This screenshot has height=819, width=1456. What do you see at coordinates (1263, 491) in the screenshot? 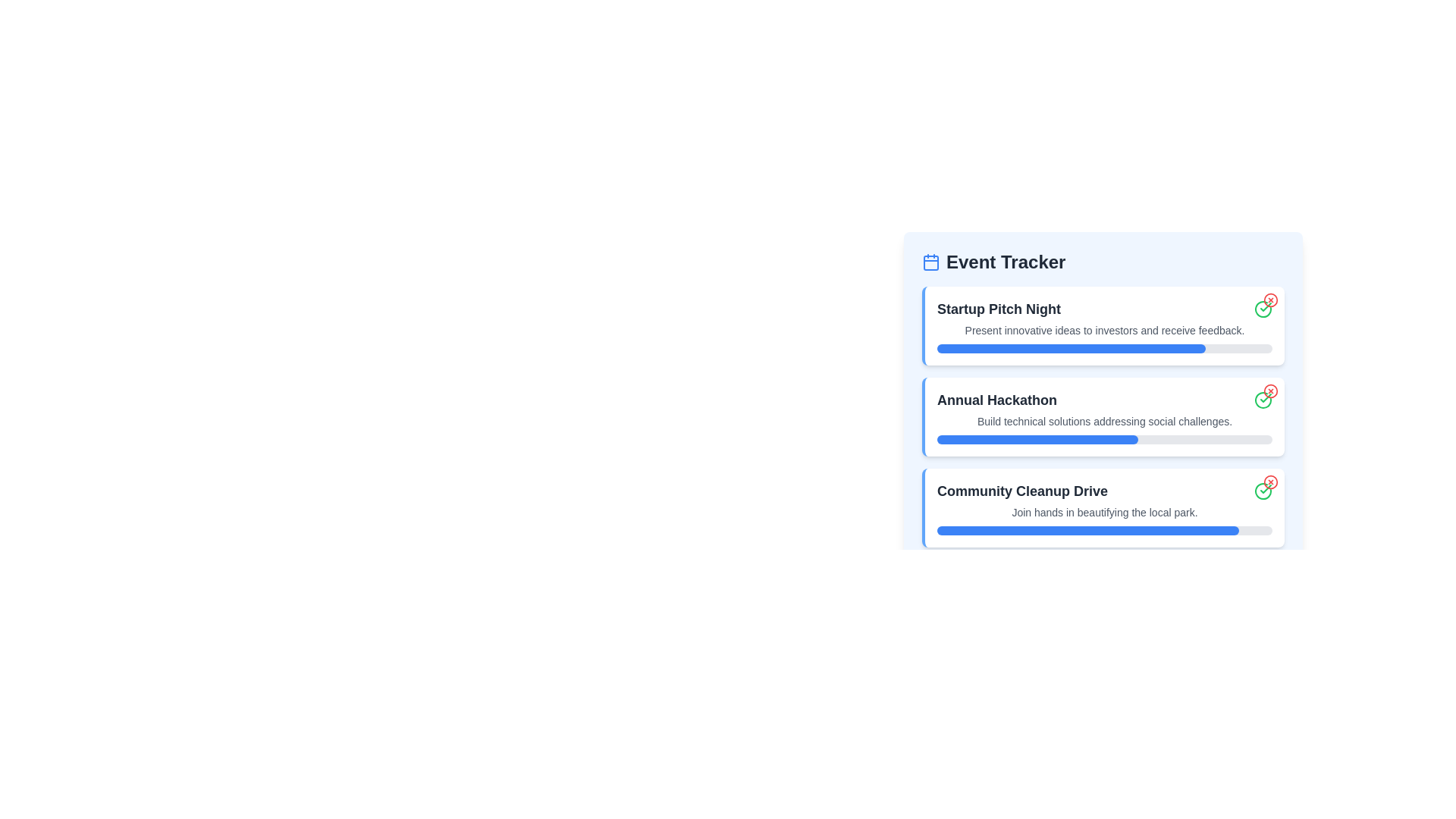
I see `the circular part of the SVG icon styled with a green stroke, which represents a check or approval symbol, located near the right side of the 'Startup Pitch Night' text in the 'Event Tracker' section` at bounding box center [1263, 491].